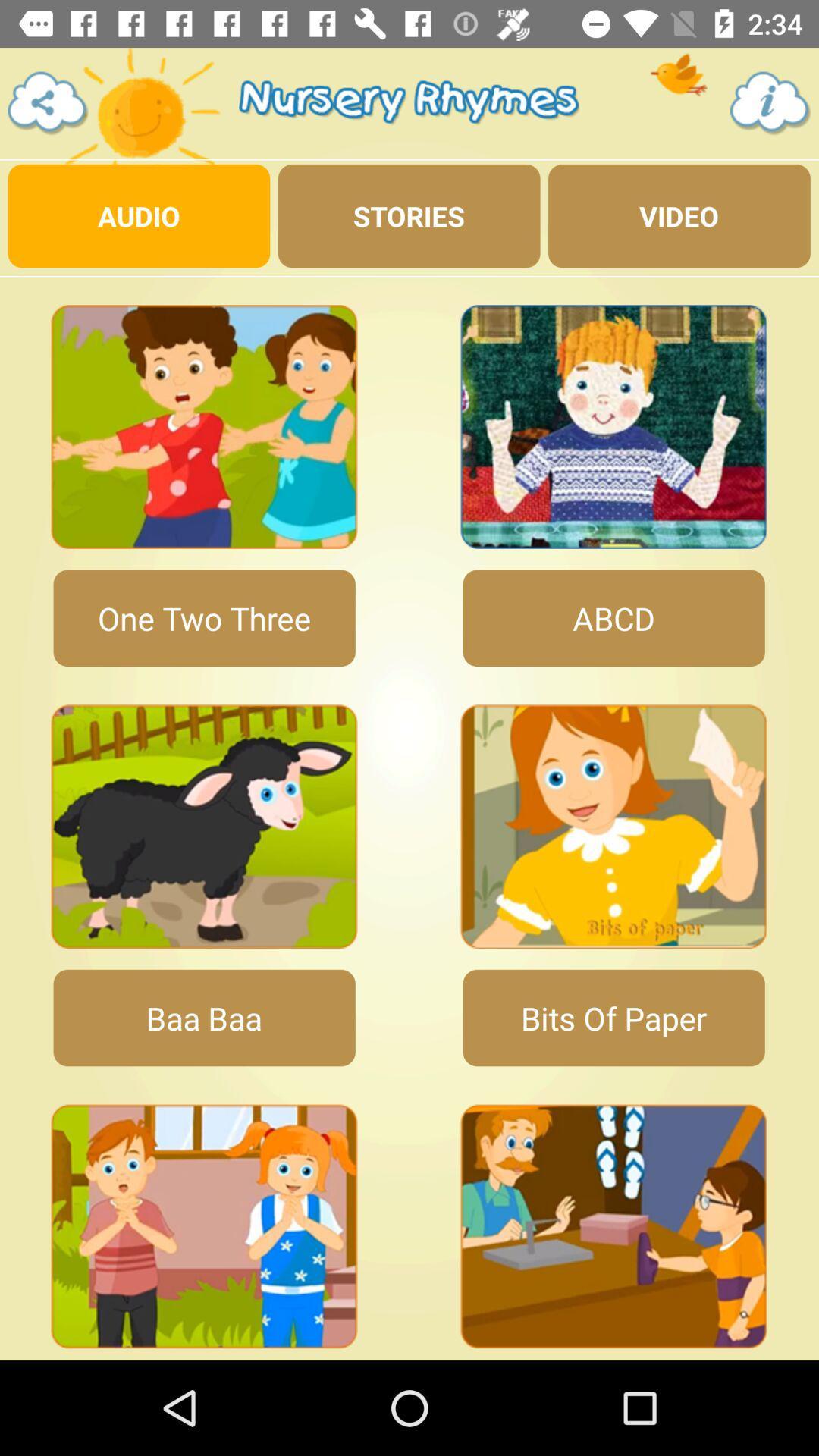  I want to click on share this, so click(47, 102).